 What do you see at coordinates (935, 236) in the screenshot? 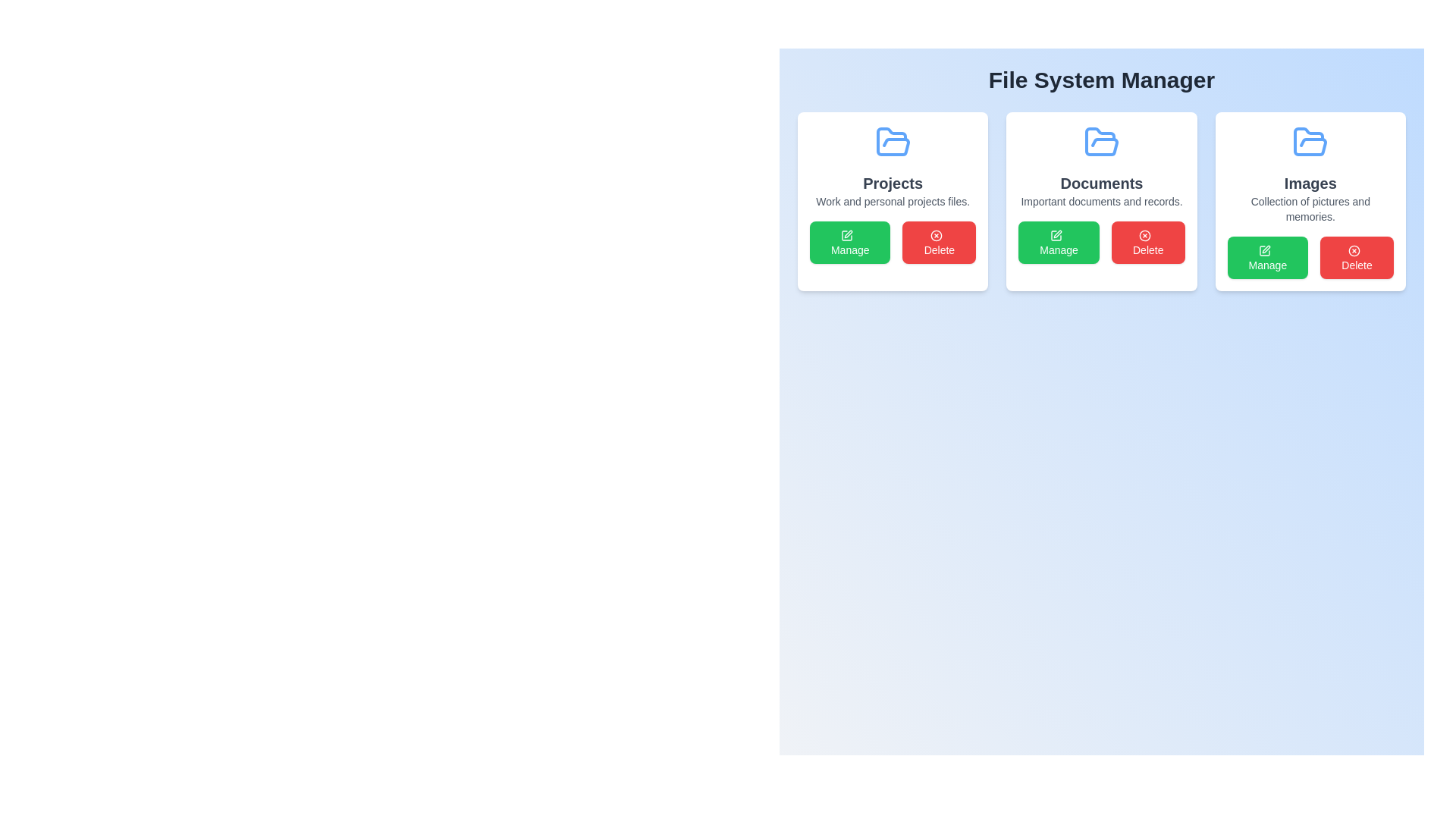
I see `the small red 'X' icon located within the larger red 'Delete' button at the bottom section of the 'Projects' card` at bounding box center [935, 236].